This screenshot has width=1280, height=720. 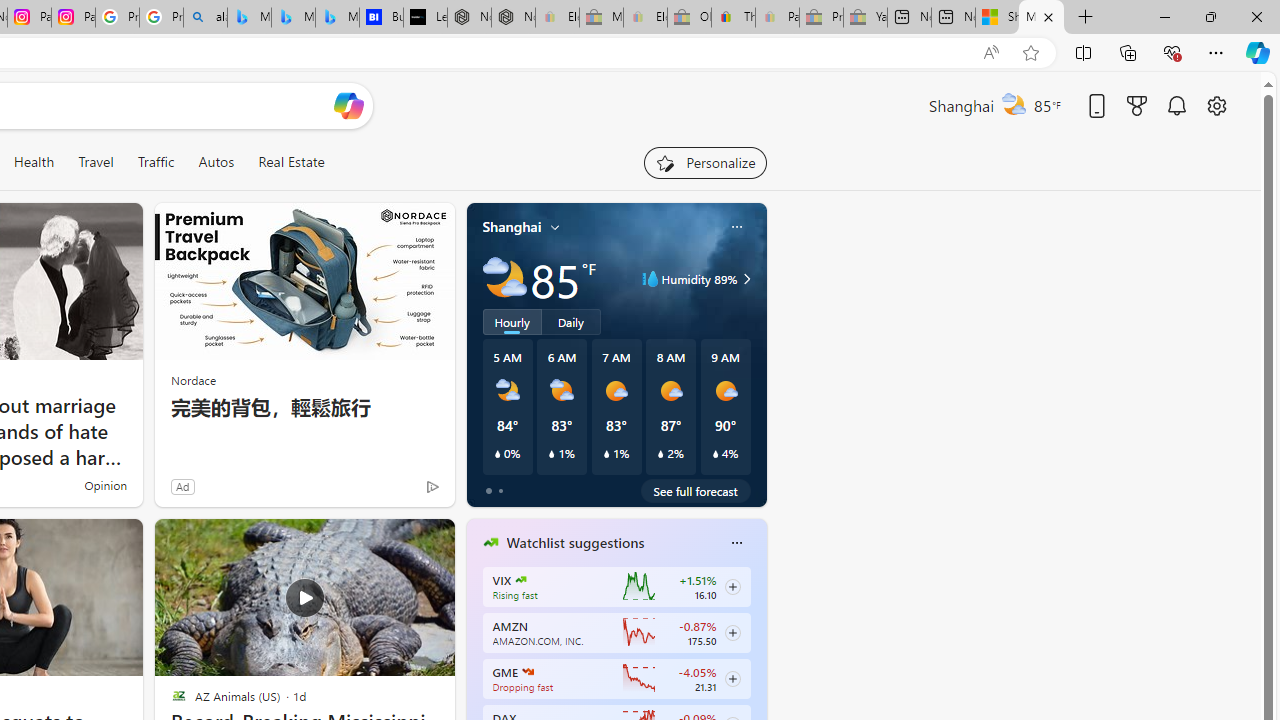 What do you see at coordinates (745, 279) in the screenshot?
I see `'Class: weather-arrow-glyph'` at bounding box center [745, 279].